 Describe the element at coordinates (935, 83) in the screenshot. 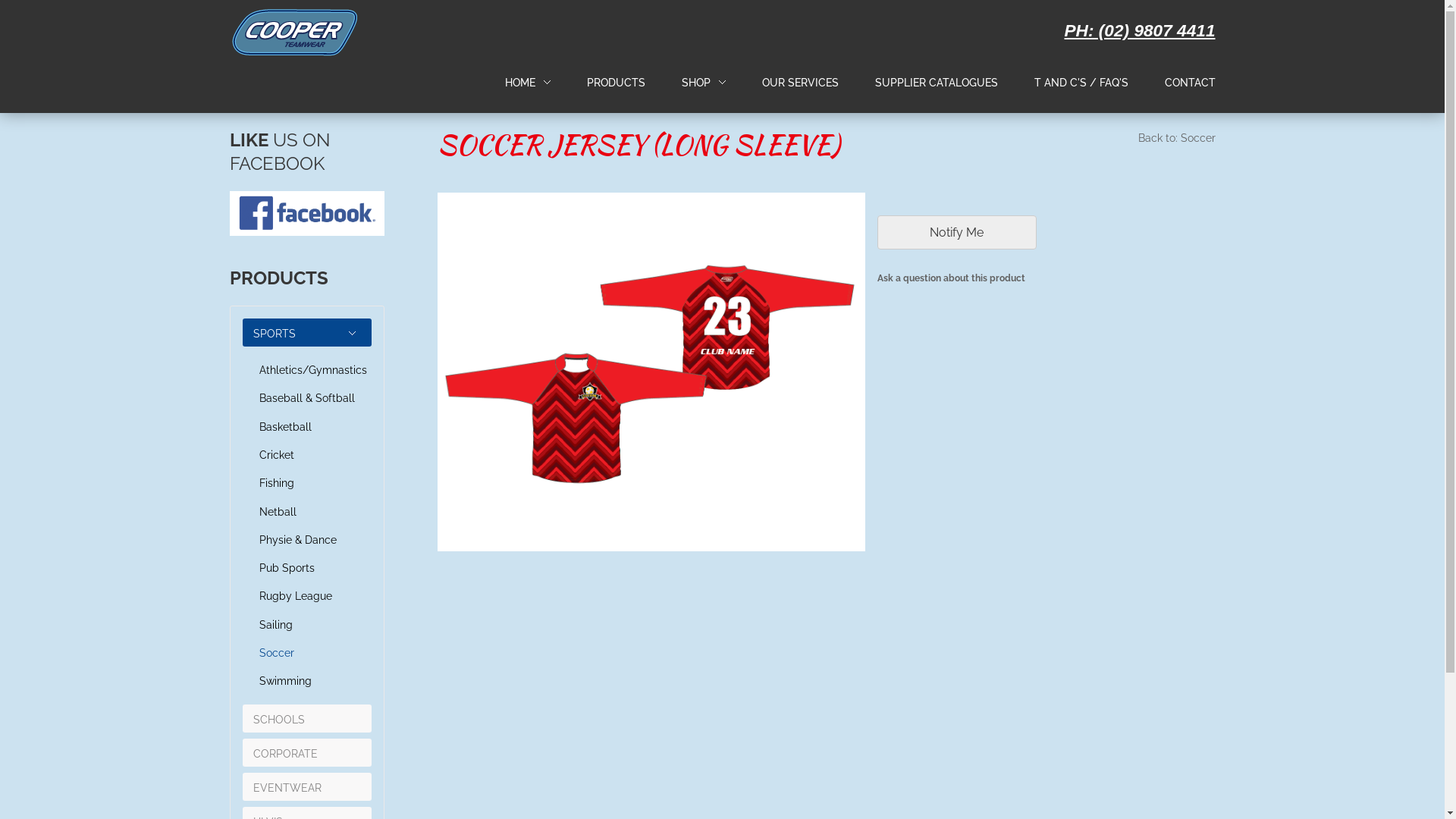

I see `'SUPPLIER CATALOGUES'` at that location.